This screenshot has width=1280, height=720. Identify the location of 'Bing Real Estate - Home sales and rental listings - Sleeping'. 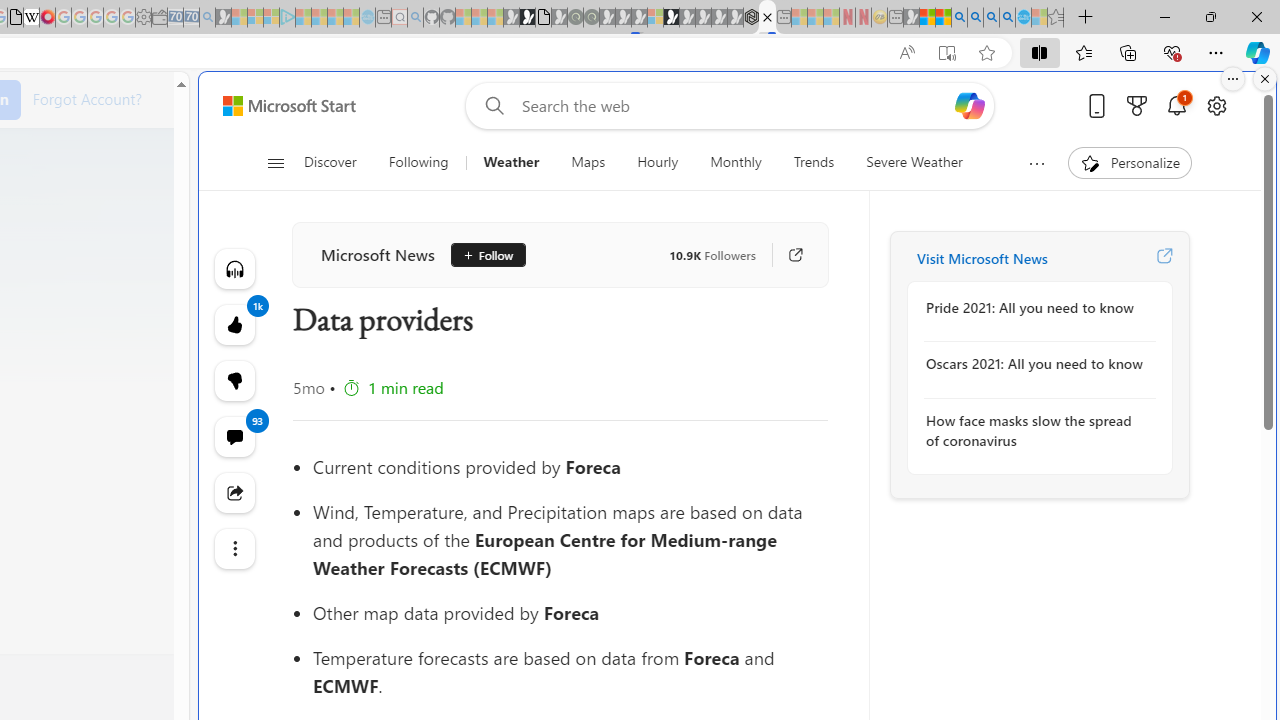
(207, 17).